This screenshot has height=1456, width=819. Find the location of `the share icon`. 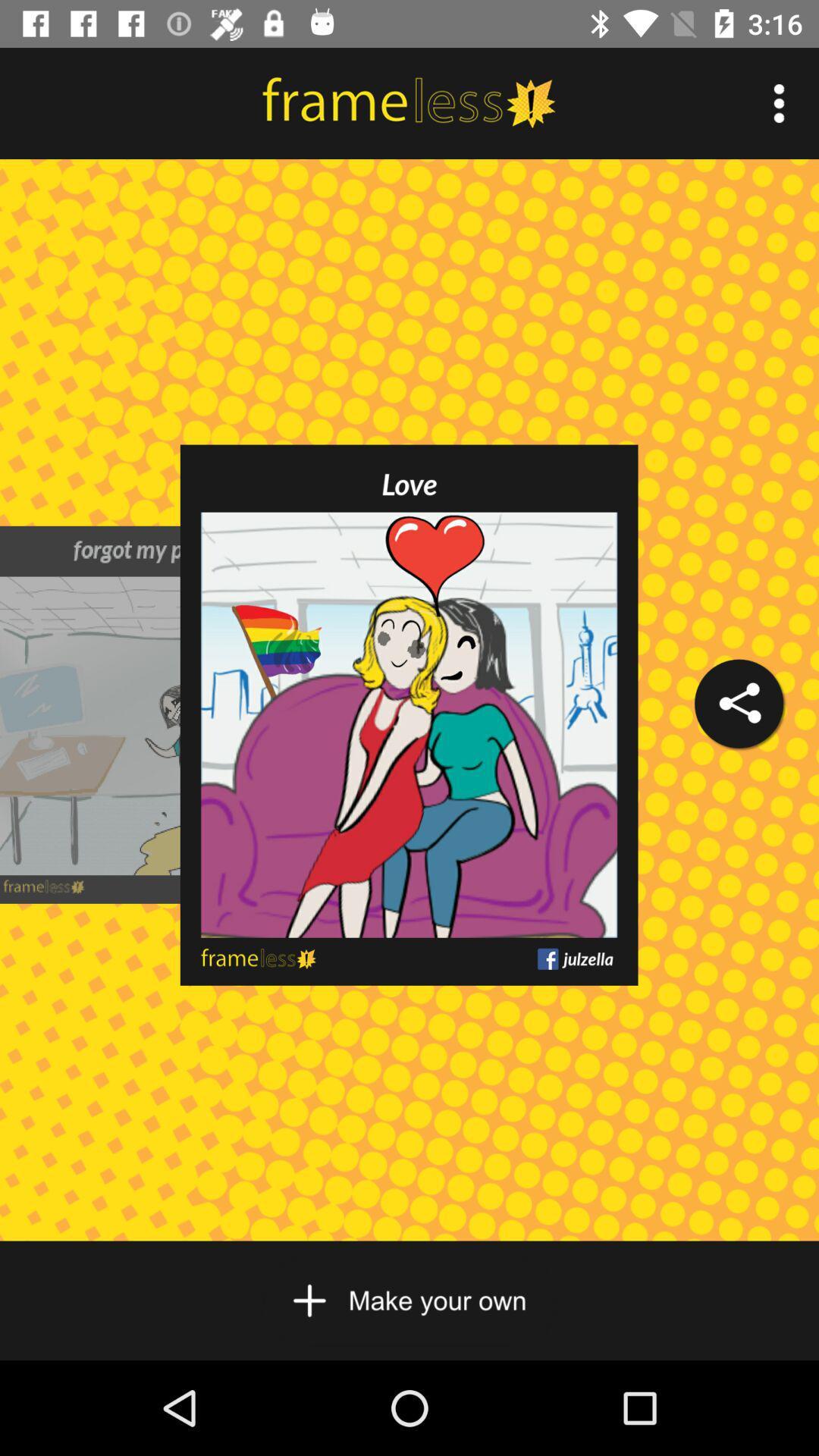

the share icon is located at coordinates (738, 703).